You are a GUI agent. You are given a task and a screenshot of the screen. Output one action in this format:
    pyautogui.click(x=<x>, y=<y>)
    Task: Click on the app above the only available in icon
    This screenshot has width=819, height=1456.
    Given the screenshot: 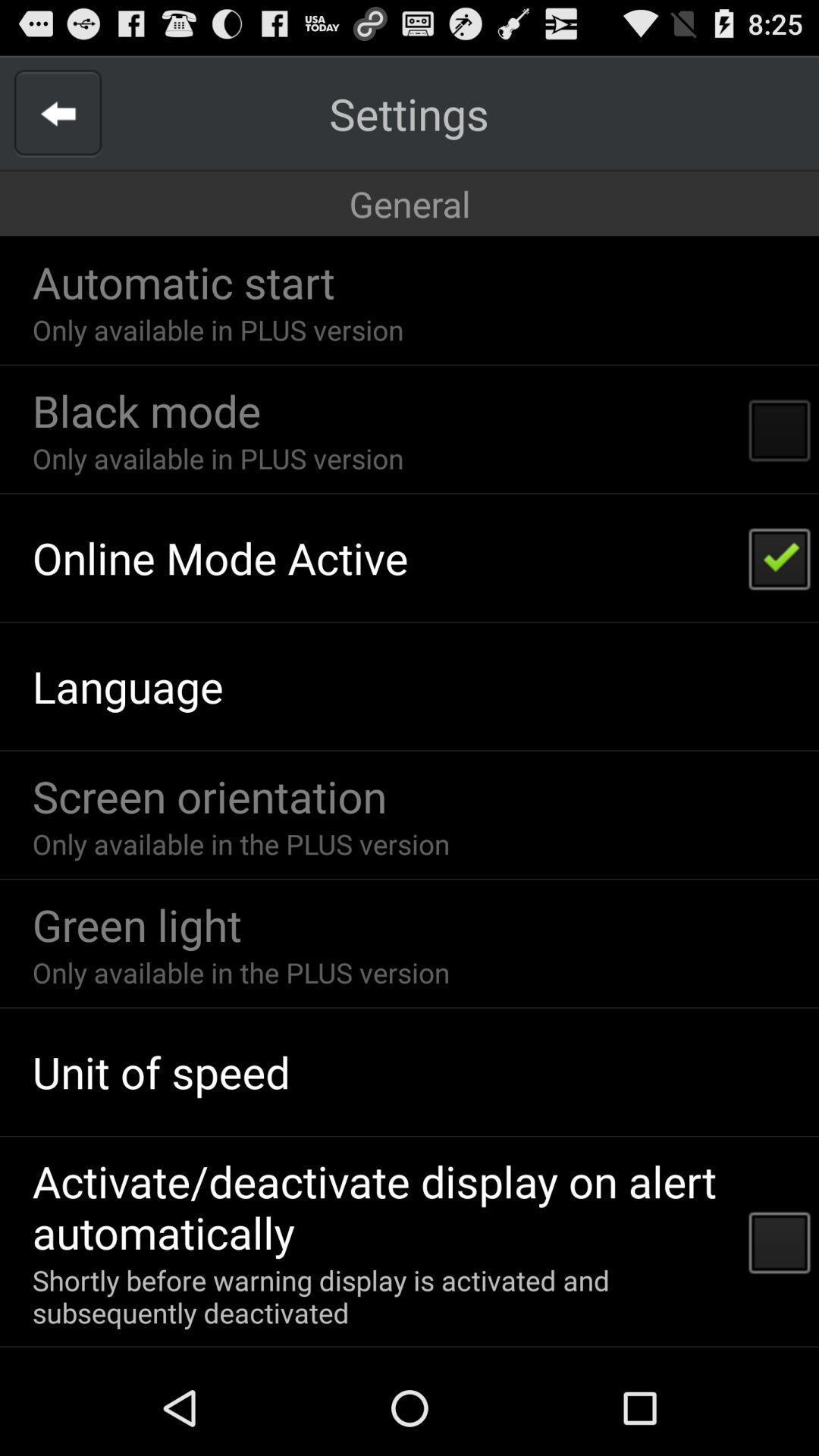 What is the action you would take?
    pyautogui.click(x=146, y=410)
    